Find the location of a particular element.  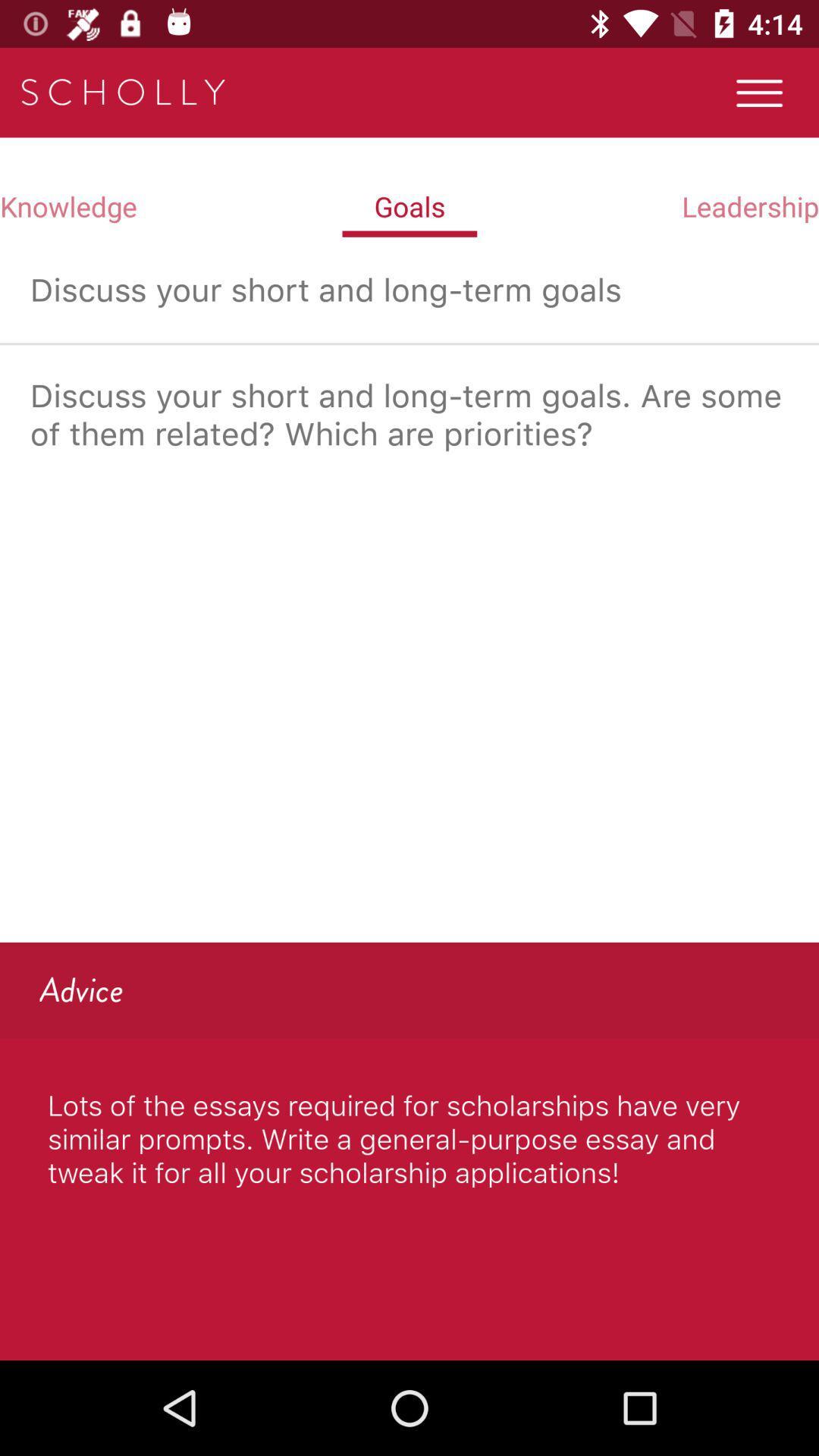

the menu icon is located at coordinates (759, 92).